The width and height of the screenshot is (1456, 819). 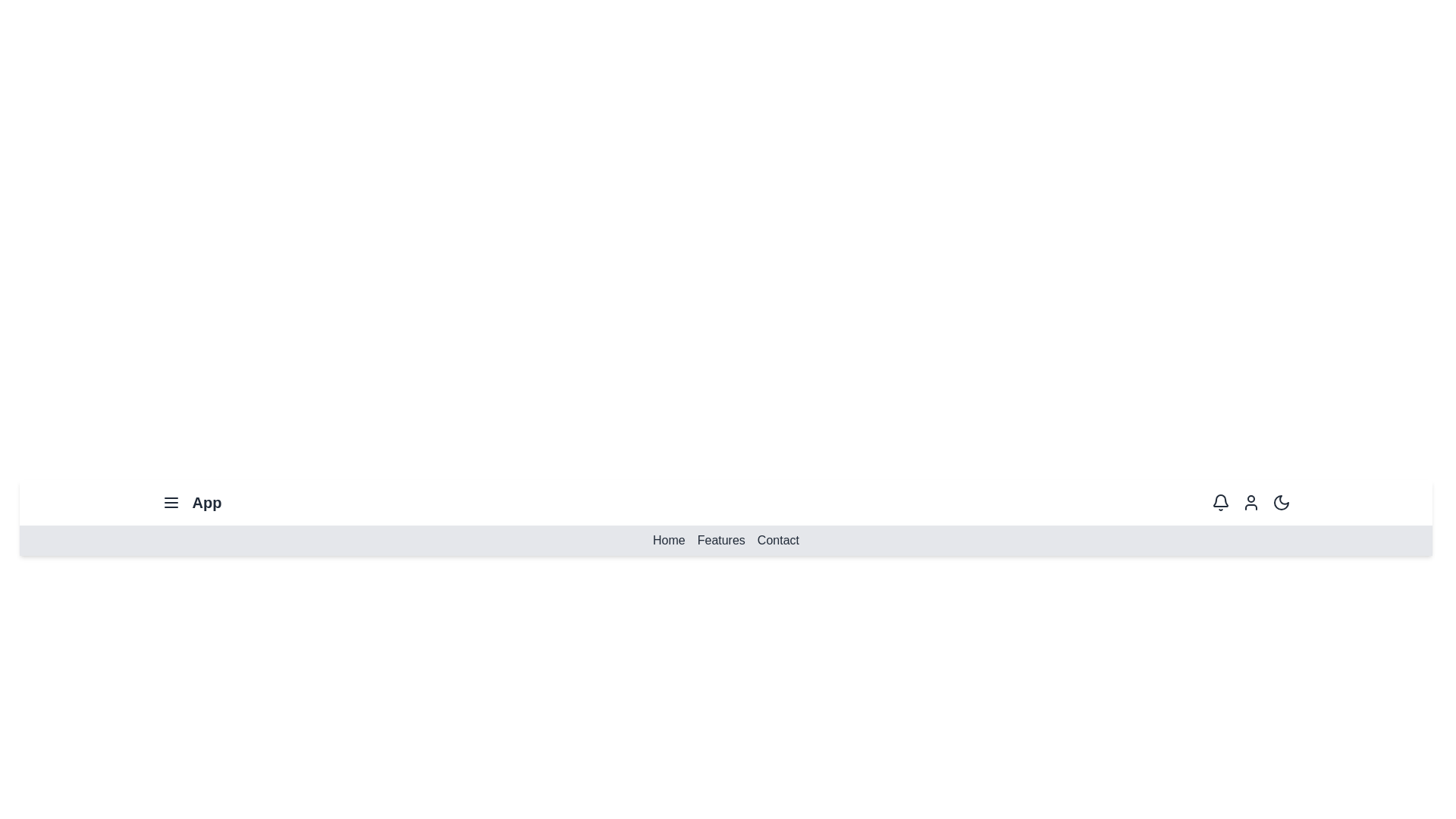 What do you see at coordinates (778, 539) in the screenshot?
I see `the 'Contact' menu item to navigate to the corresponding section` at bounding box center [778, 539].